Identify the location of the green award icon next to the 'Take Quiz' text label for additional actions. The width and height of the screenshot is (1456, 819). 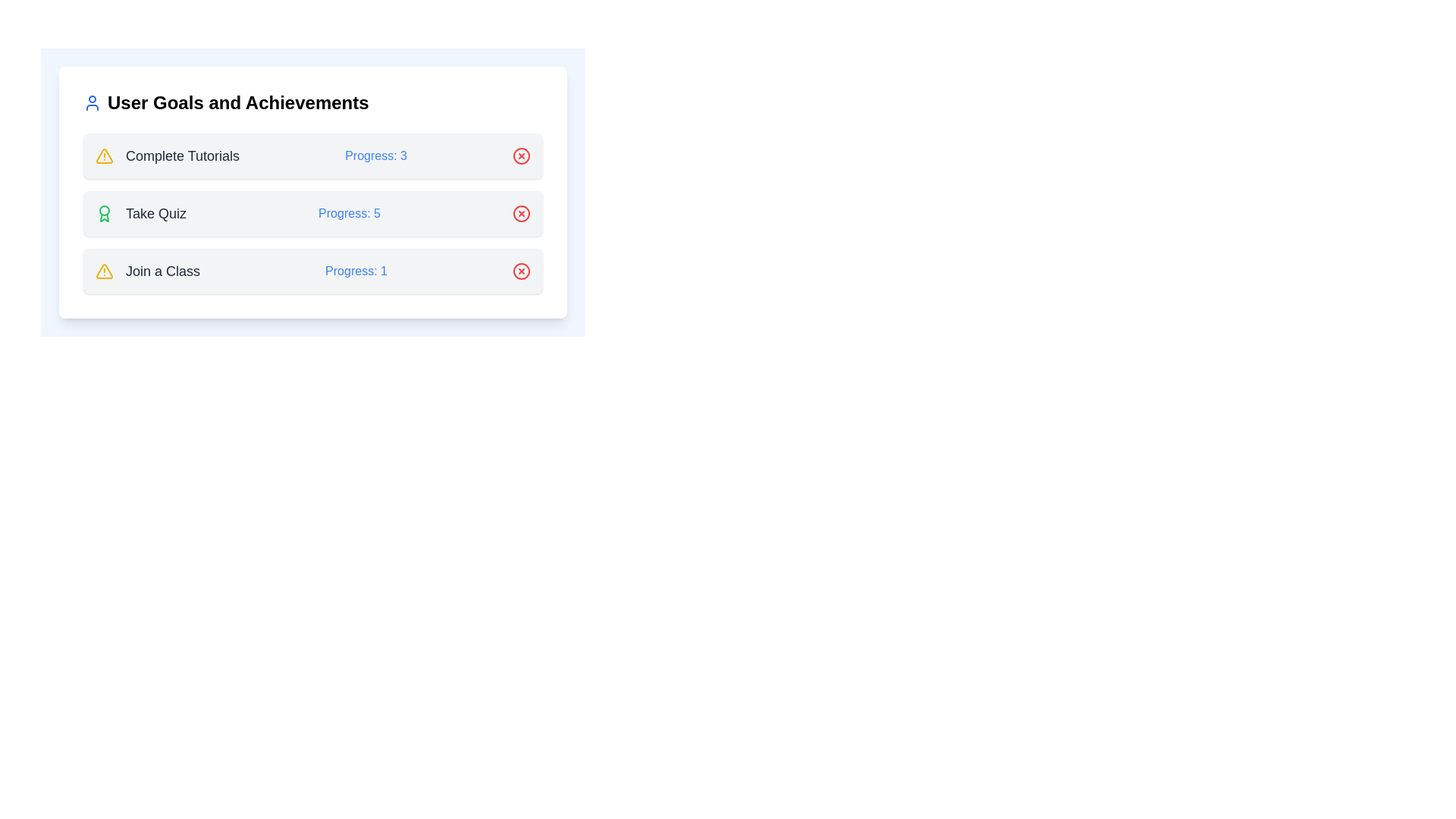
(141, 213).